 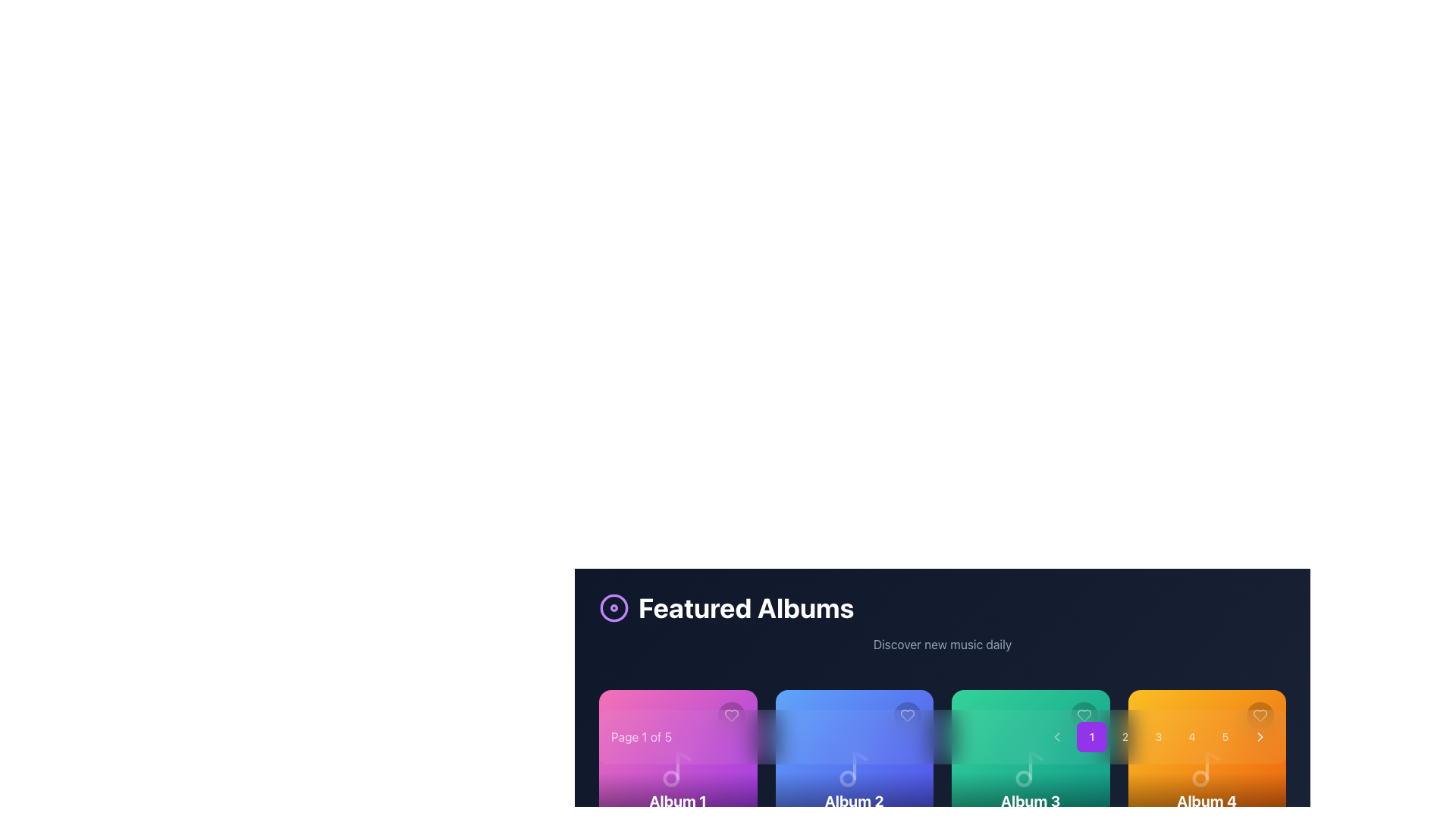 What do you see at coordinates (854, 769) in the screenshot?
I see `the appearance of the decorative music icon located in the center-bottom portion of the 'Album 2' card, which is the second card from the left in the carousel of album cards` at bounding box center [854, 769].